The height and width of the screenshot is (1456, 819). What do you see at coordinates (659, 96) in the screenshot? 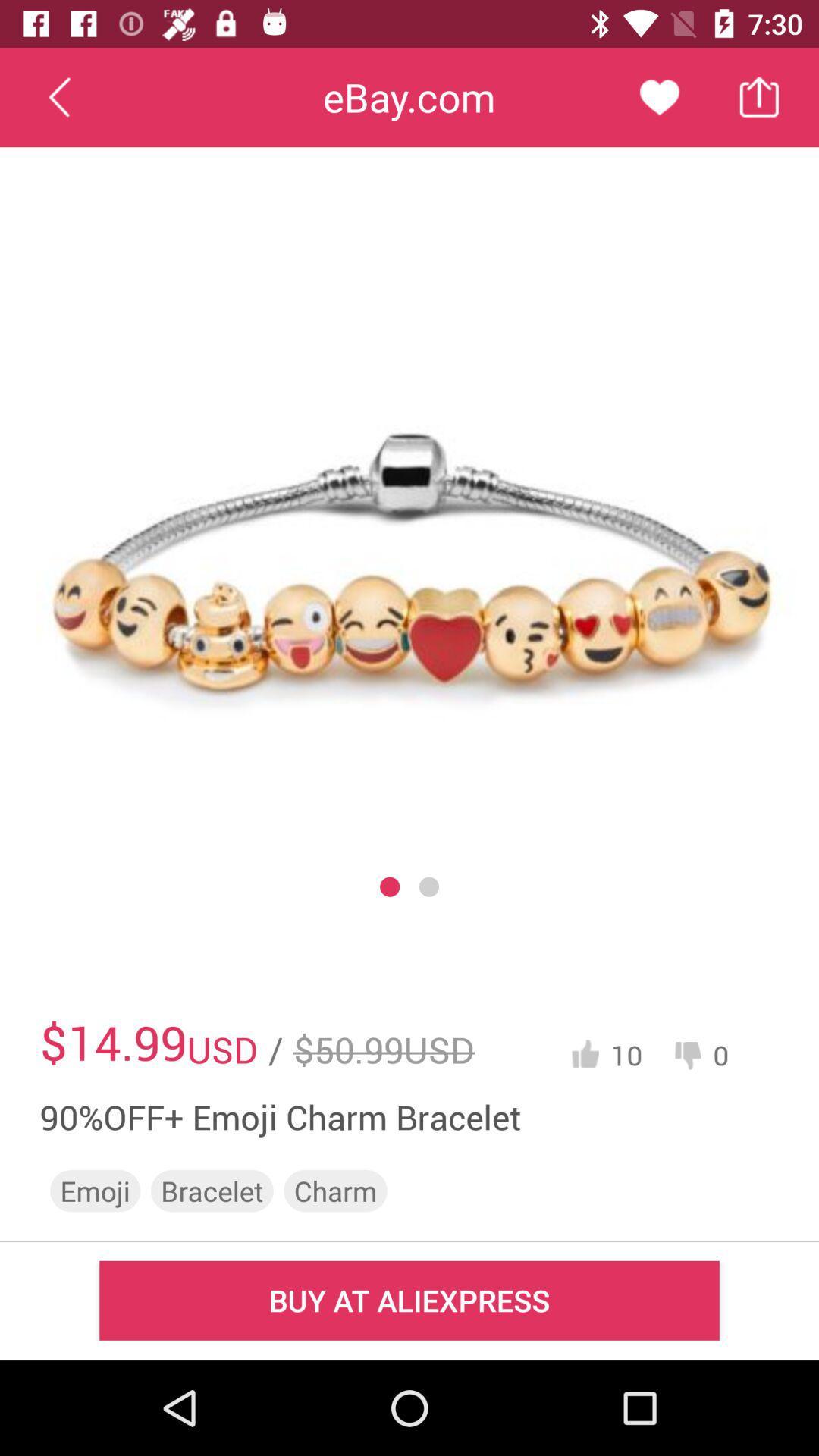
I see `the favorite icon` at bounding box center [659, 96].